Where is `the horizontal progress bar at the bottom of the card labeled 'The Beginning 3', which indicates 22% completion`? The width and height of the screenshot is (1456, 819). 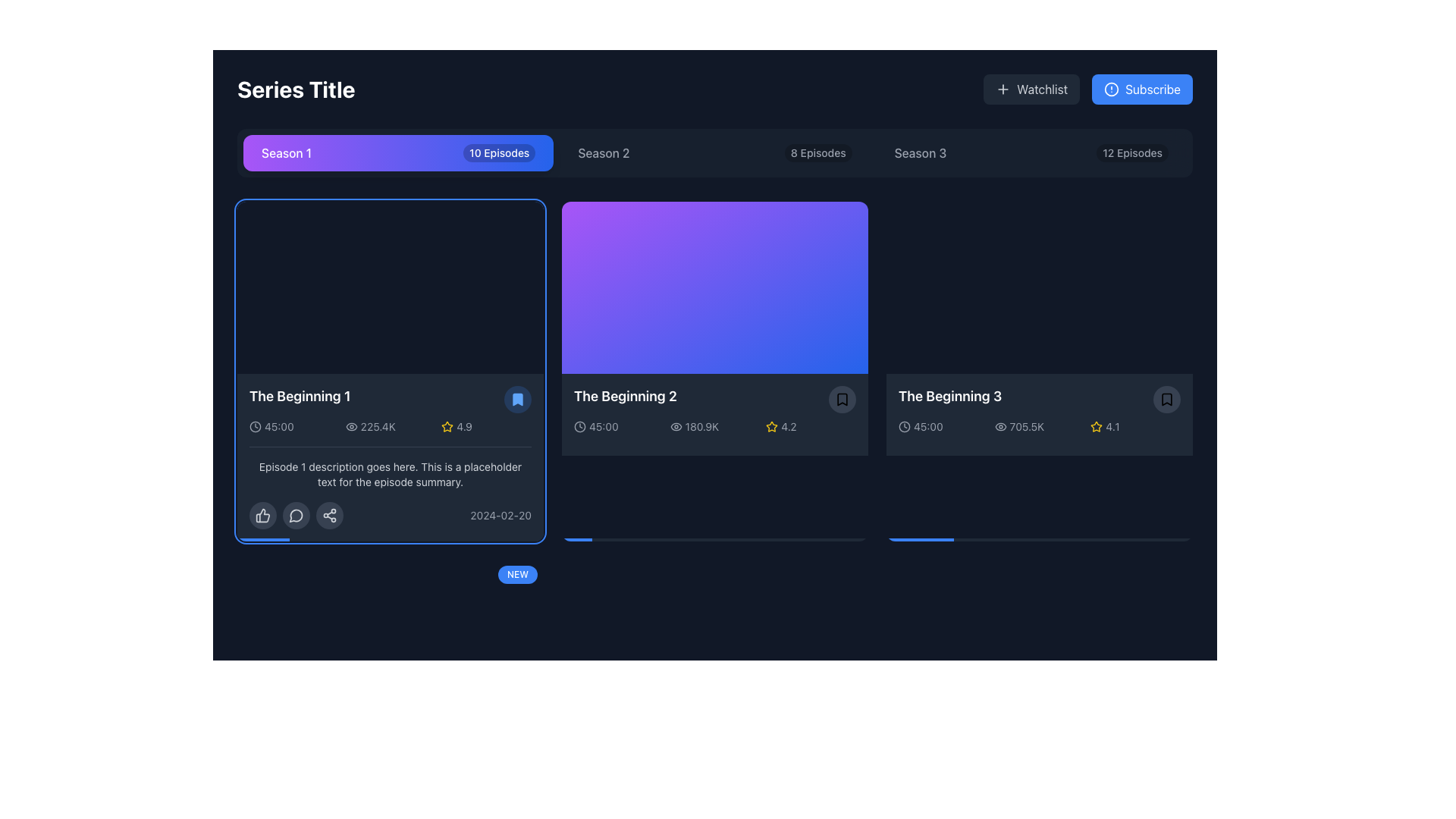 the horizontal progress bar at the bottom of the card labeled 'The Beginning 3', which indicates 22% completion is located at coordinates (1039, 539).